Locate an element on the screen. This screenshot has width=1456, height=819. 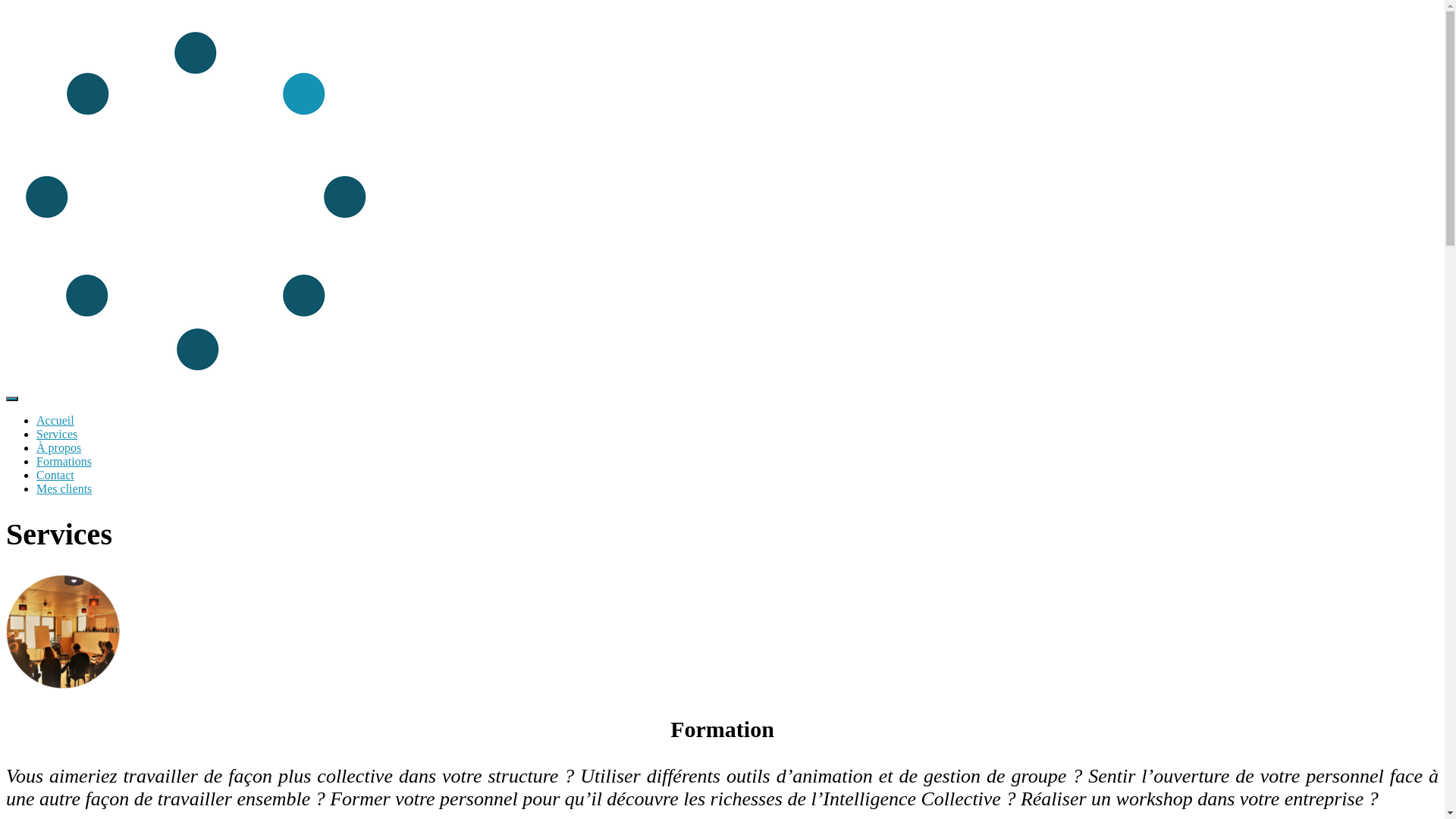
'Toggle Navigation' is located at coordinates (11, 397).